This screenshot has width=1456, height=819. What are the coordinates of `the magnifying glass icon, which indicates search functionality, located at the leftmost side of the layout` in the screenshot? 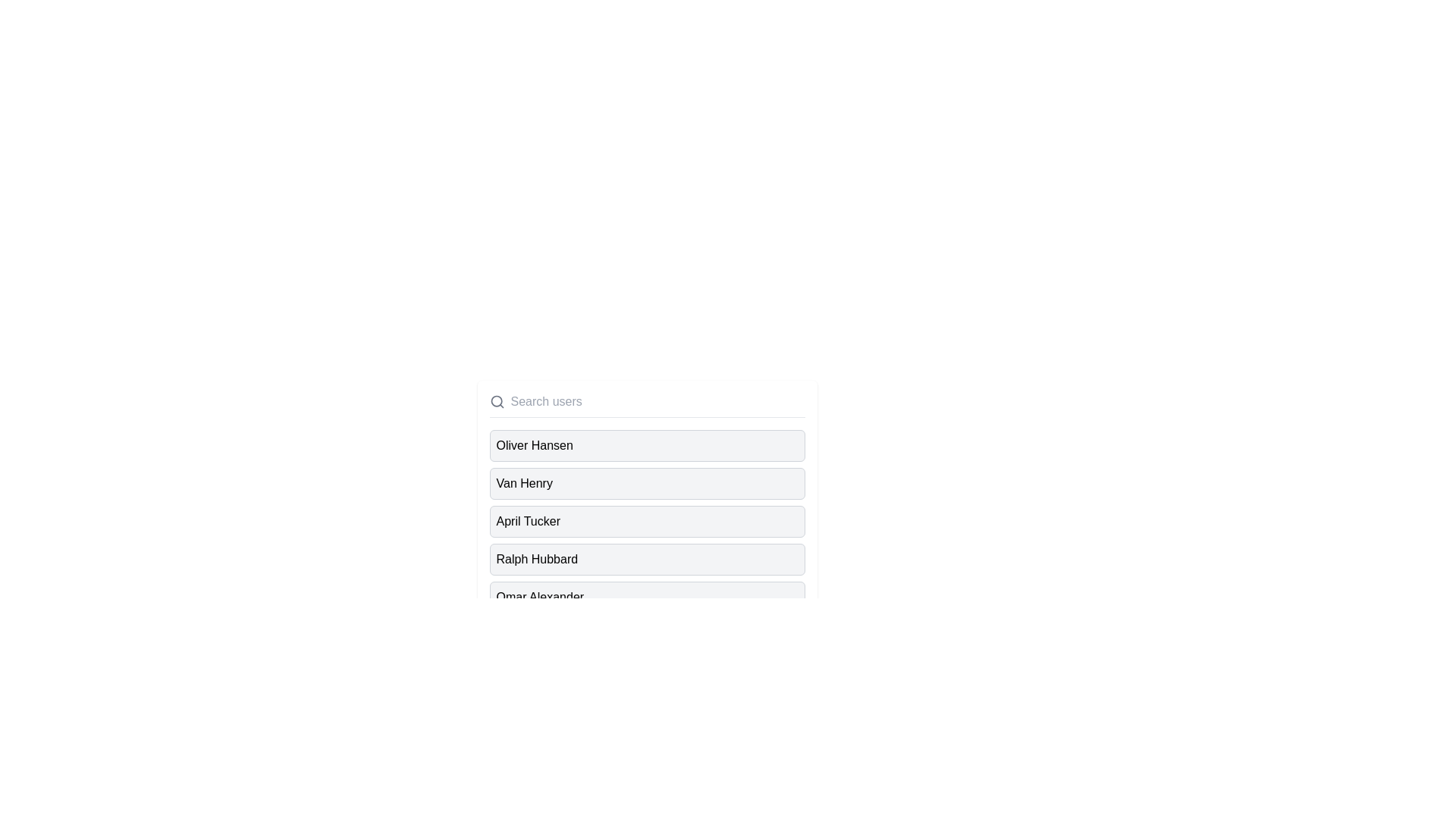 It's located at (497, 400).